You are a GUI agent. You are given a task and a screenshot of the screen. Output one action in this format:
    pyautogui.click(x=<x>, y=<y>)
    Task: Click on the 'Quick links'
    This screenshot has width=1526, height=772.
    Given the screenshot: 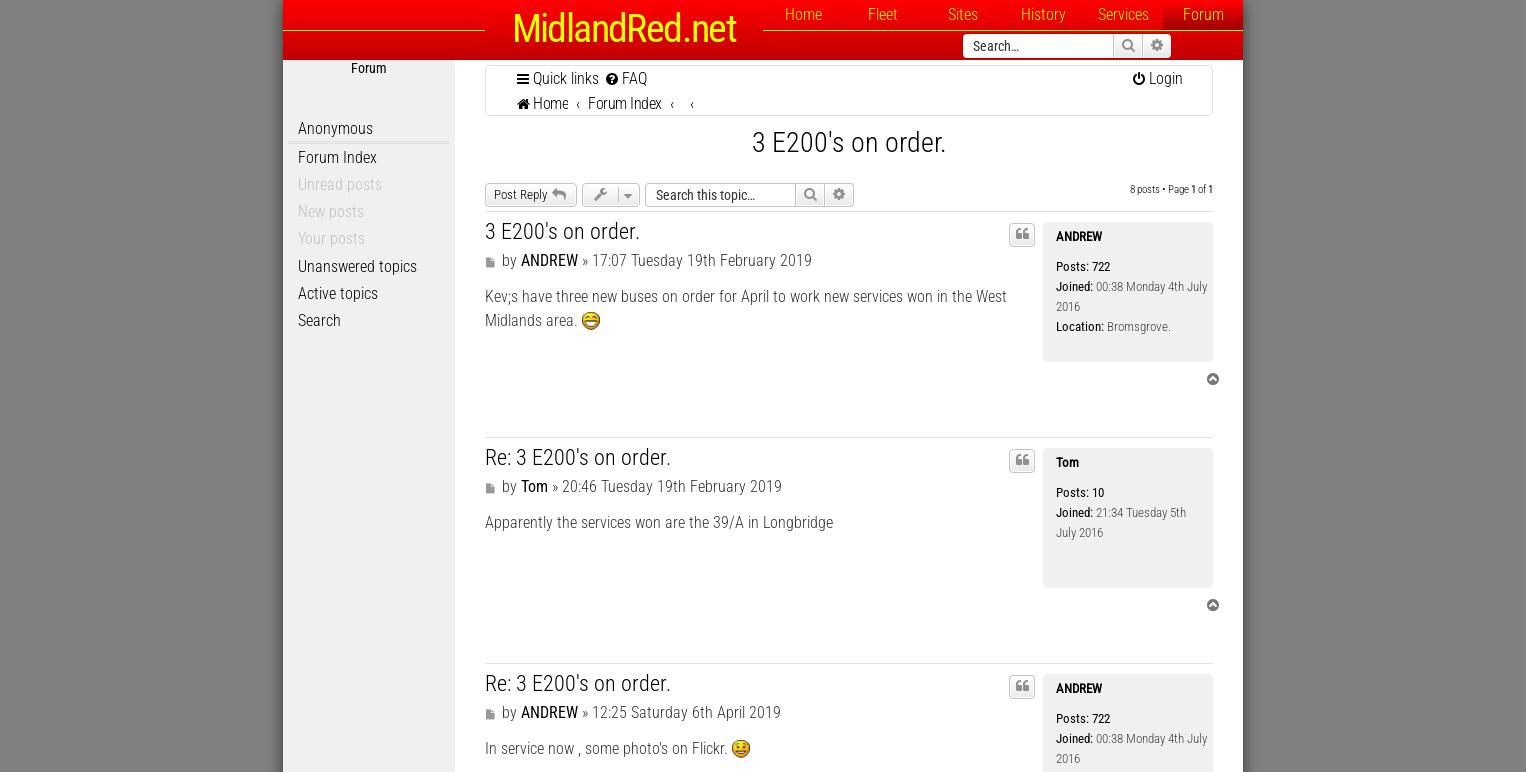 What is the action you would take?
    pyautogui.click(x=564, y=78)
    